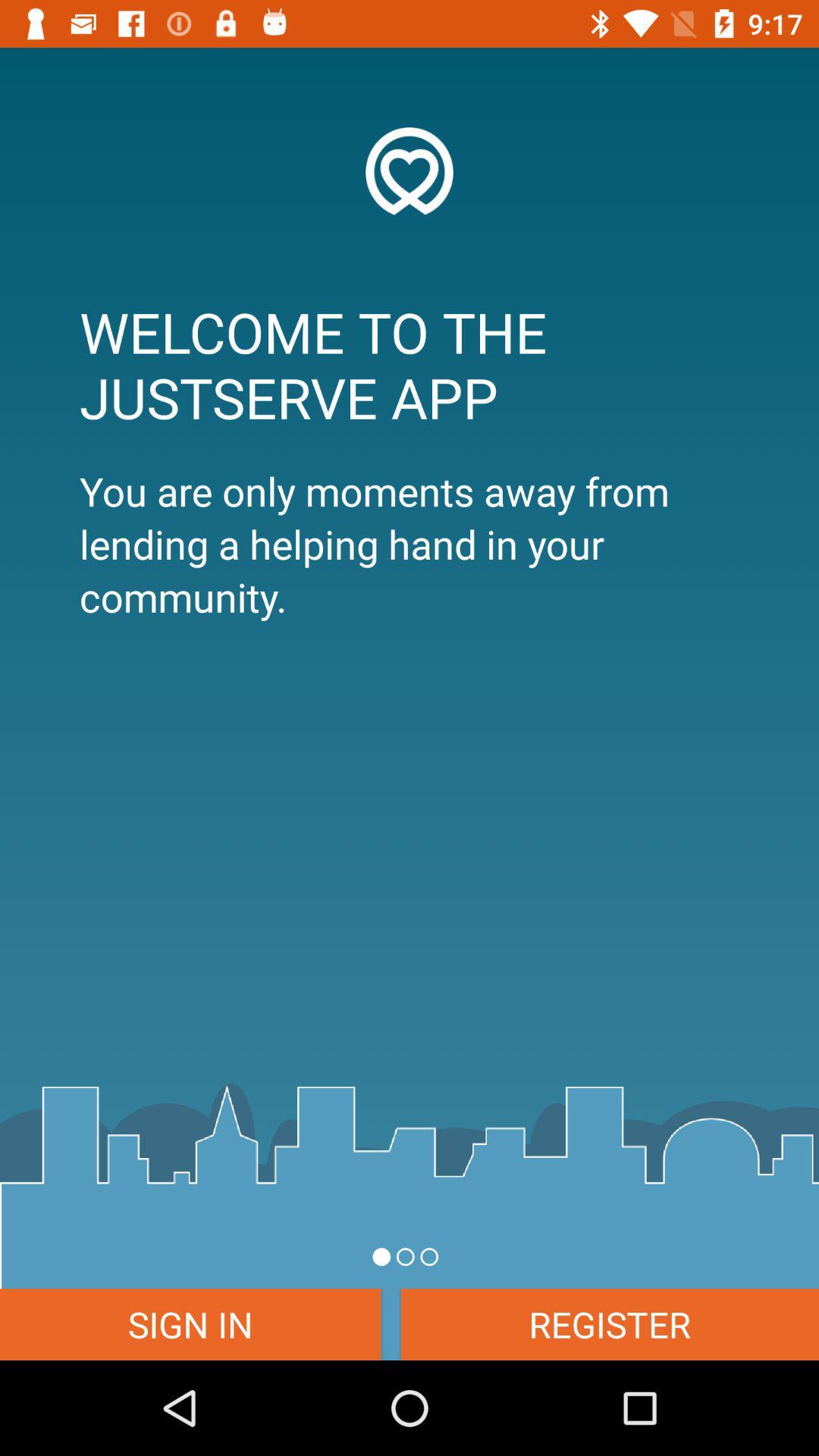 The height and width of the screenshot is (1456, 819). I want to click on the icon at the bottom left corner, so click(190, 1323).